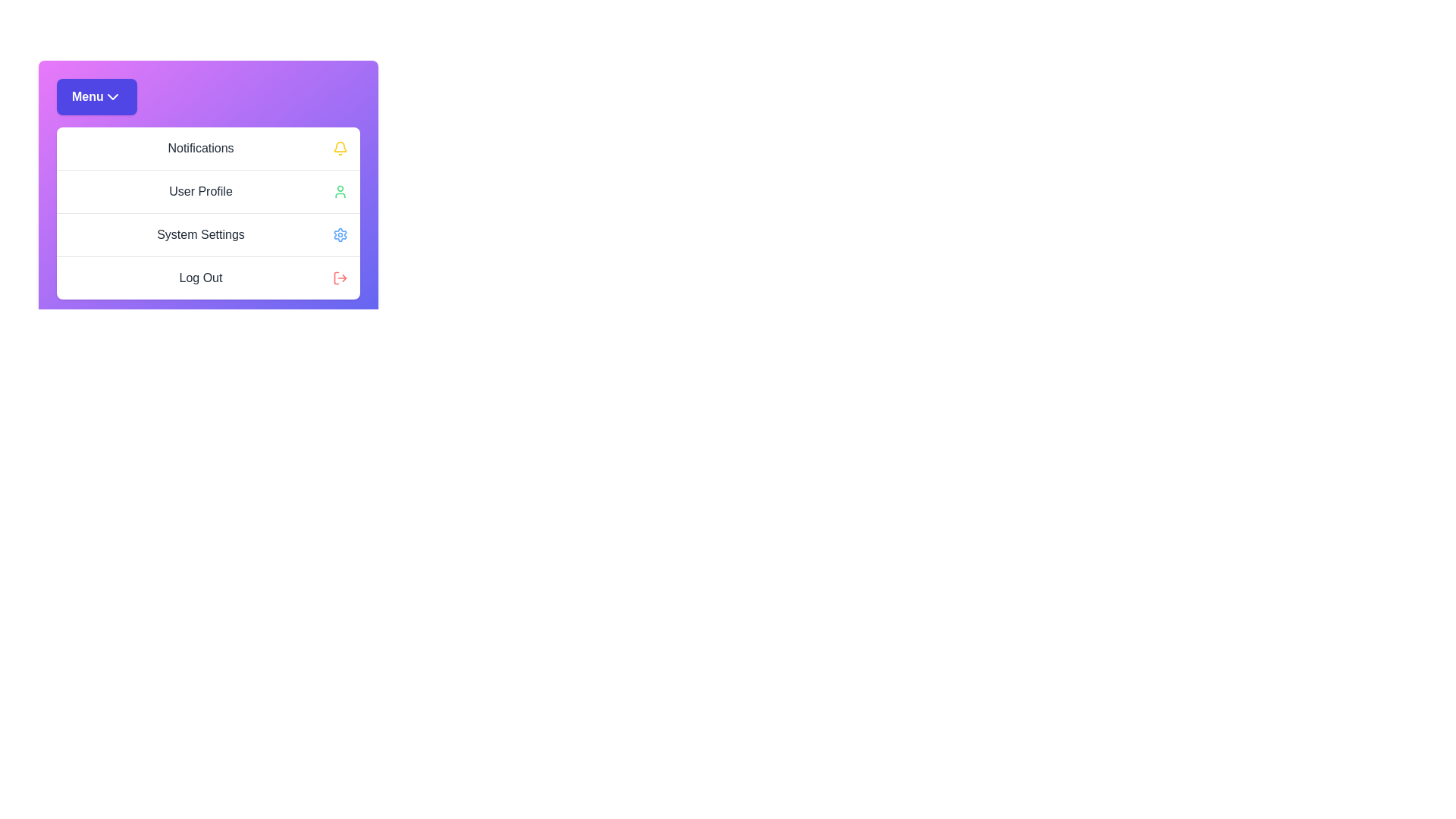 Image resolution: width=1456 pixels, height=819 pixels. I want to click on the menu item System Settings, so click(207, 234).